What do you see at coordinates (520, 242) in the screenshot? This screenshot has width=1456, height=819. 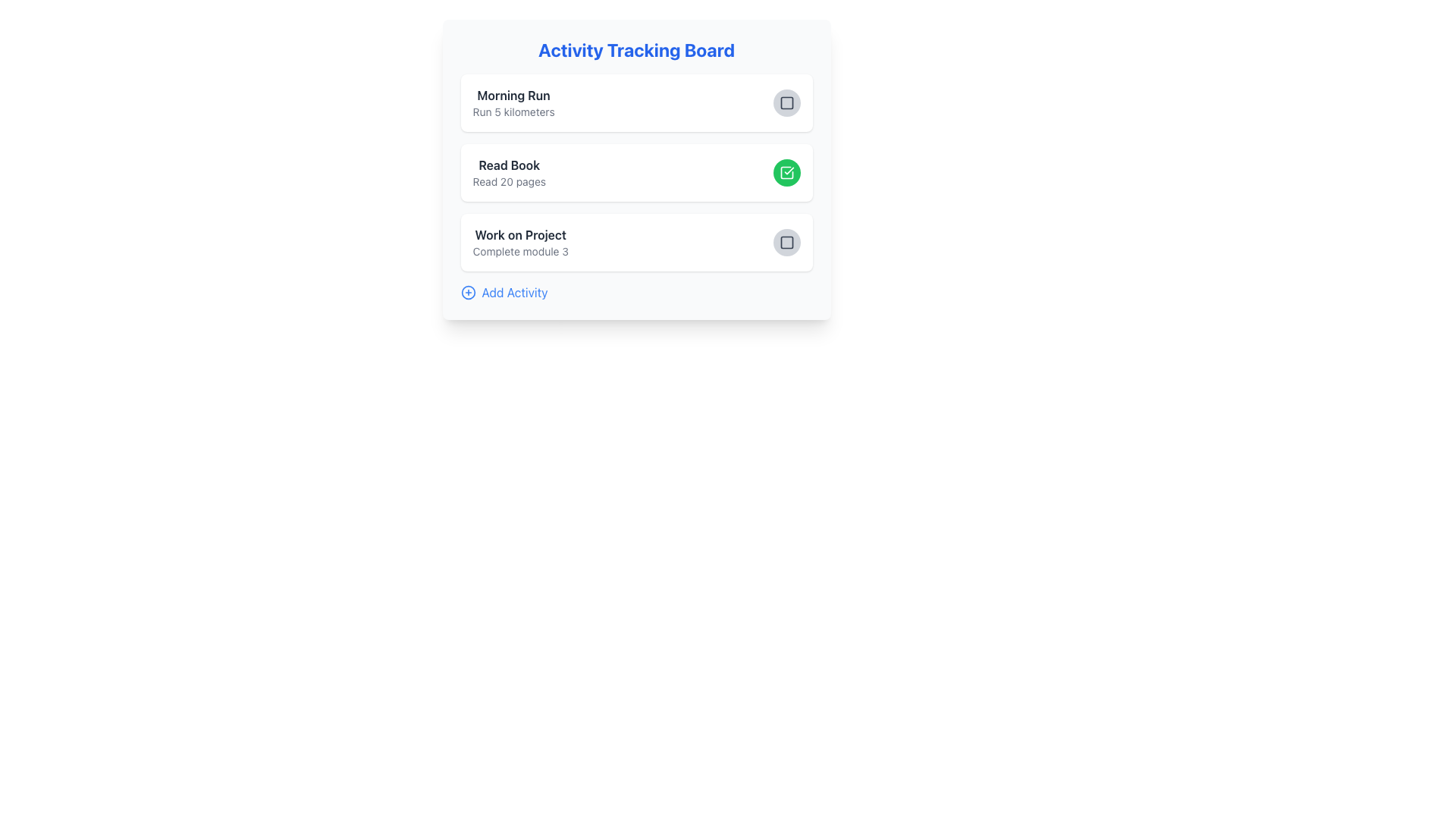 I see `text content displayed in the Text Display element that informs the user about 'Work on Project' and 'Complete module 3', located under the 'Activity Tracking Board'` at bounding box center [520, 242].